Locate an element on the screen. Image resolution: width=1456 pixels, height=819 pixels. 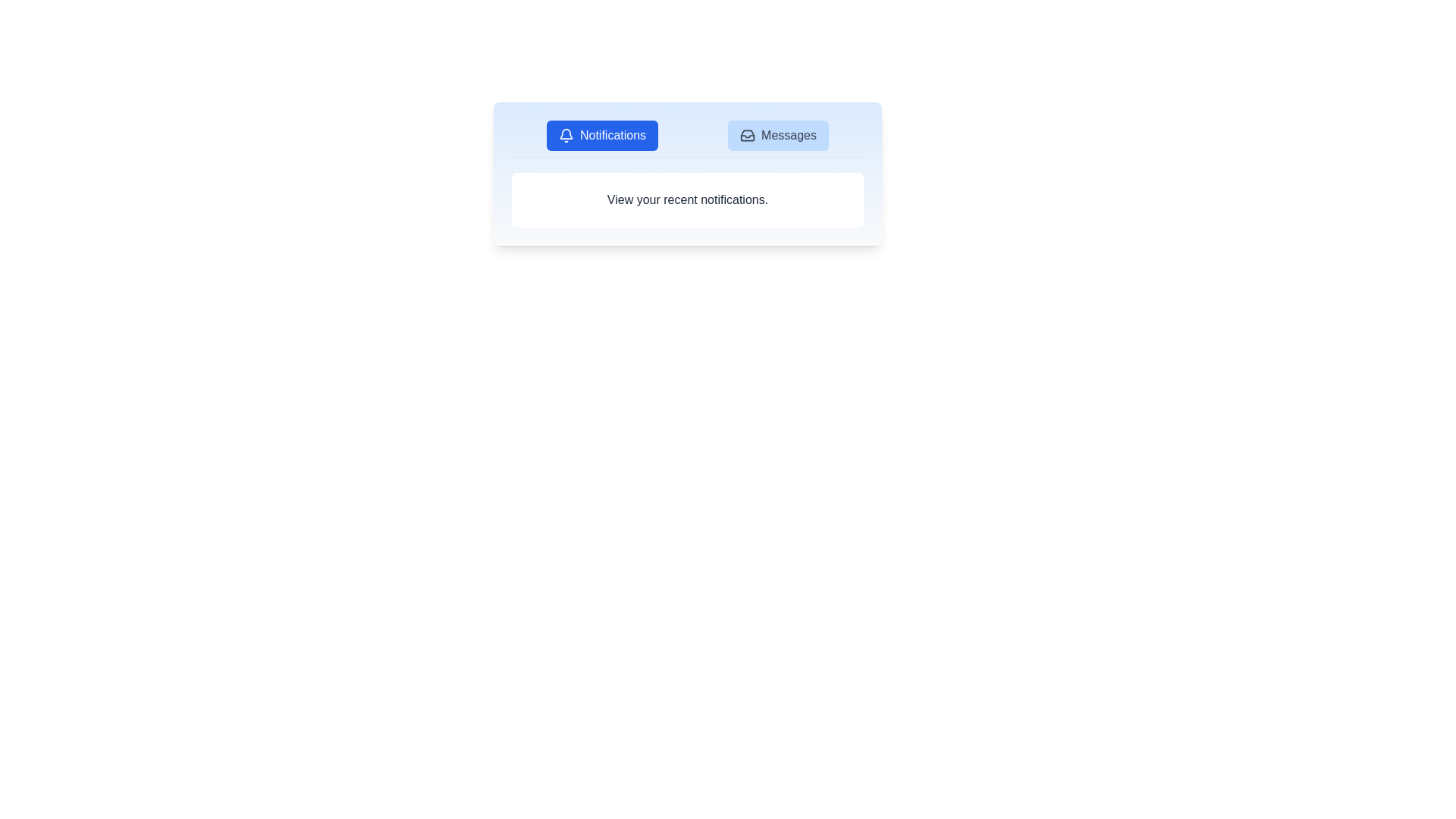
the Notifications tab by clicking on the corresponding button is located at coordinates (601, 134).